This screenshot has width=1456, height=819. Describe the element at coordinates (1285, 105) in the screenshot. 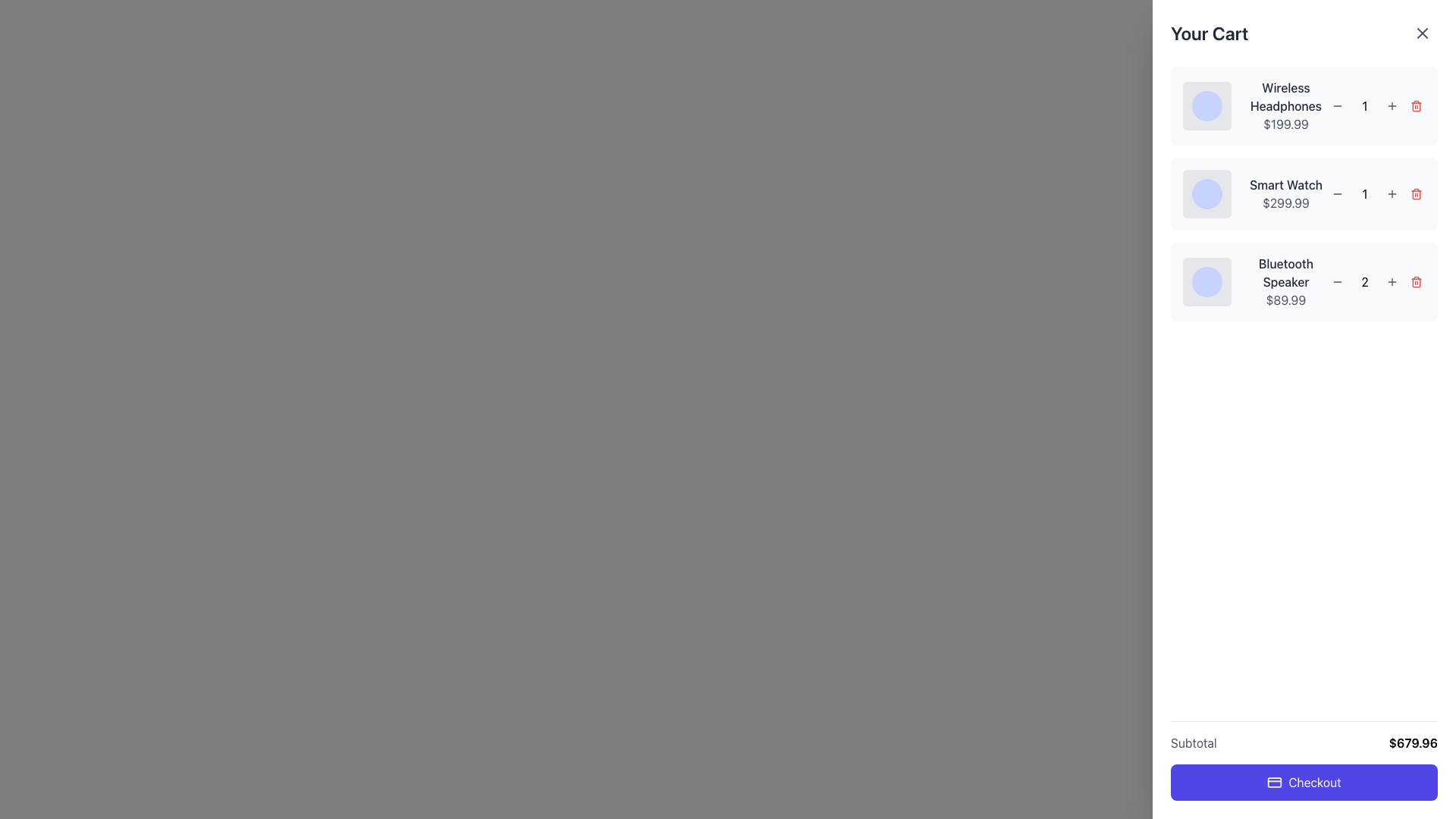

I see `the Text Display element that shows the product name and price in the cart, which is the first item in the list, located to the right of a circular image placeholder` at that location.